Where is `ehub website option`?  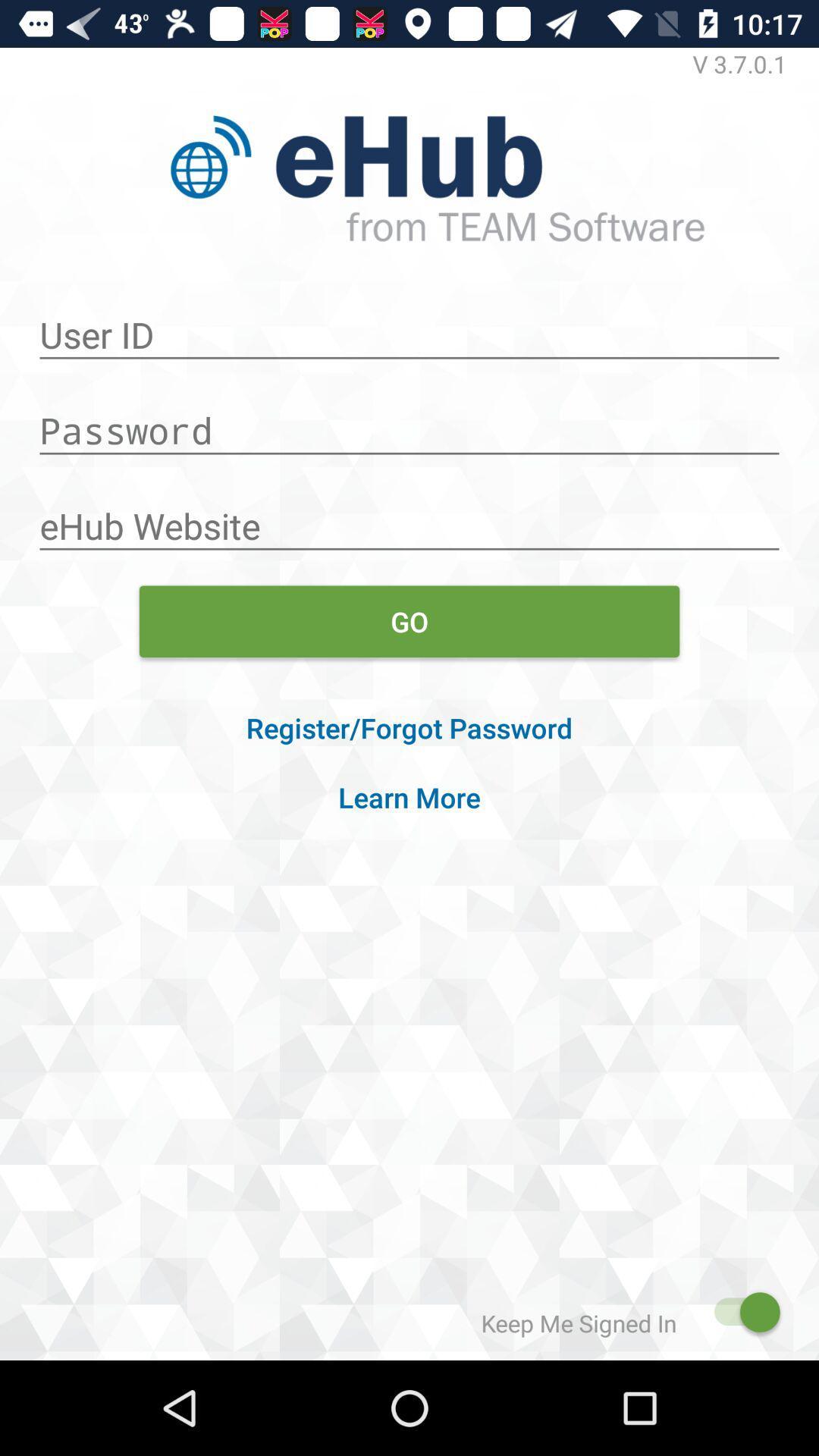 ehub website option is located at coordinates (409, 518).